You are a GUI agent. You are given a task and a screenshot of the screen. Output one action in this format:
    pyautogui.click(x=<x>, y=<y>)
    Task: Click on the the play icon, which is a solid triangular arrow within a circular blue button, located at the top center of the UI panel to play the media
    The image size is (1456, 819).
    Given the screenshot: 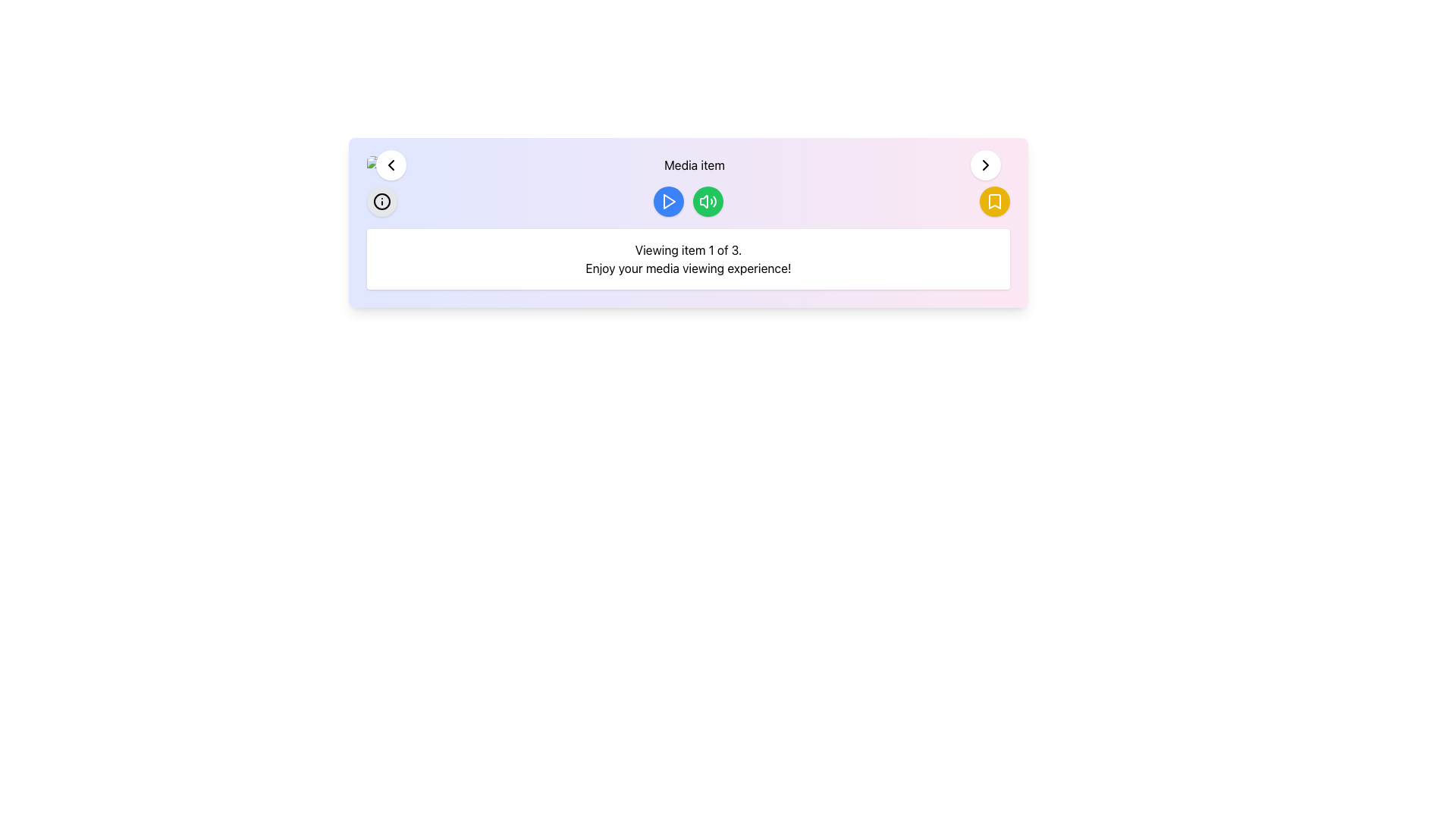 What is the action you would take?
    pyautogui.click(x=669, y=201)
    